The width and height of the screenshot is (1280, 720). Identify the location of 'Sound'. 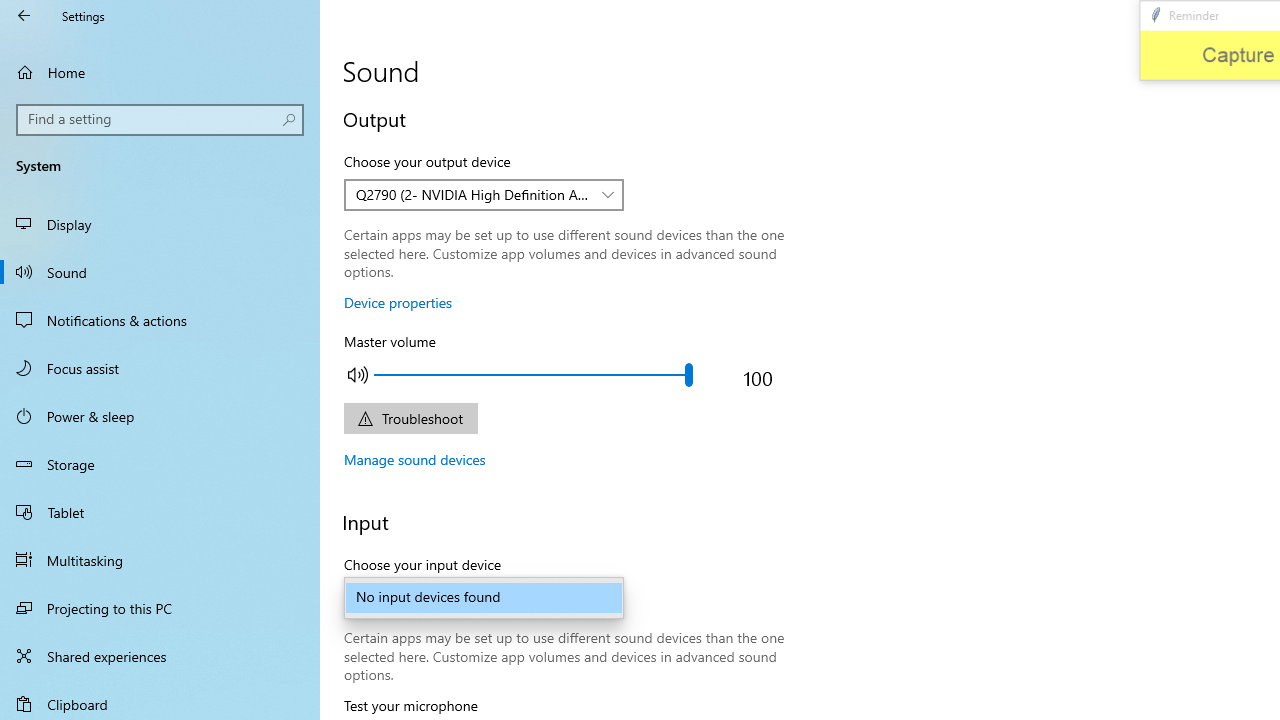
(160, 271).